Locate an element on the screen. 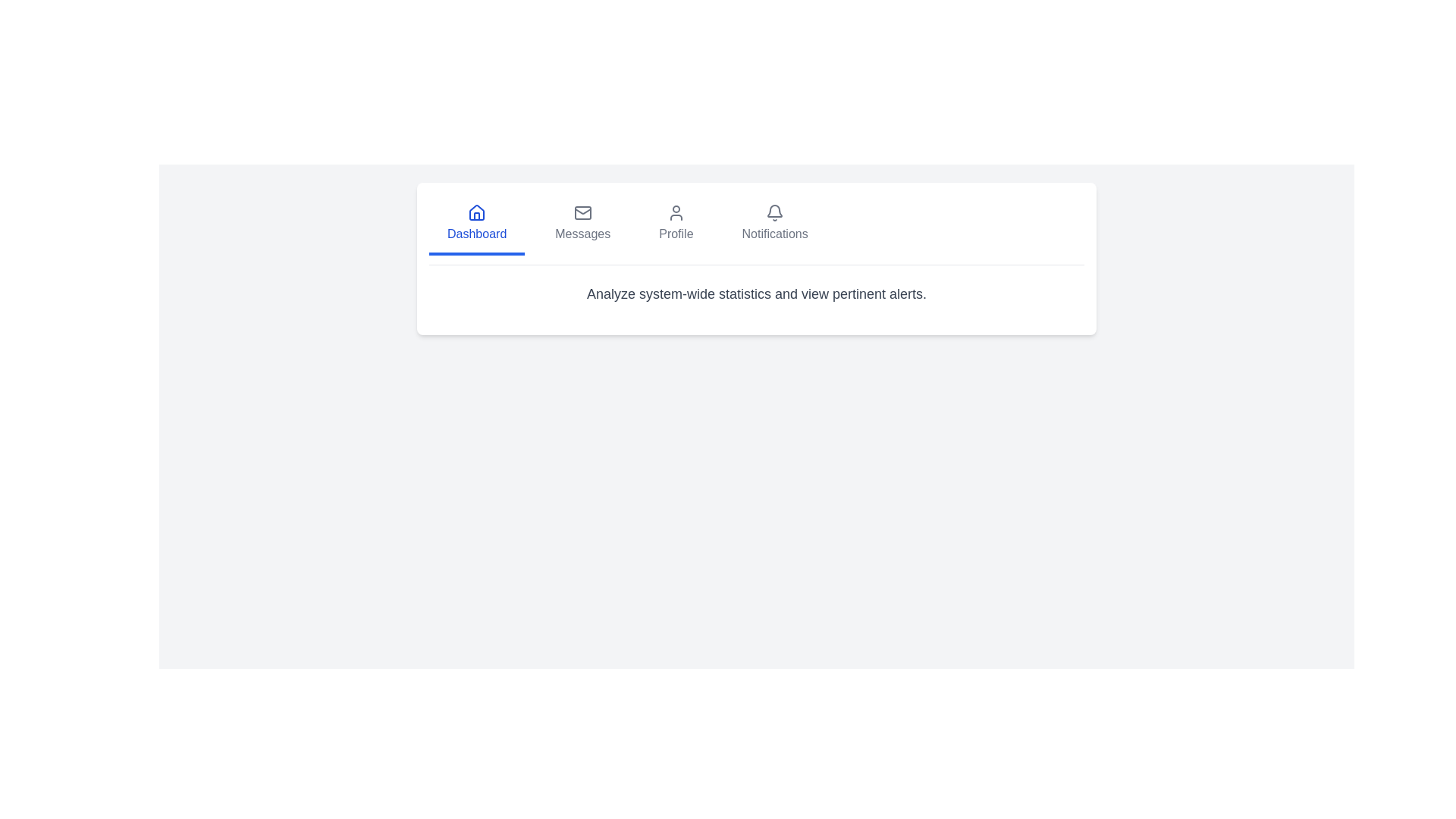  the Notifications tab to activate it is located at coordinates (775, 225).